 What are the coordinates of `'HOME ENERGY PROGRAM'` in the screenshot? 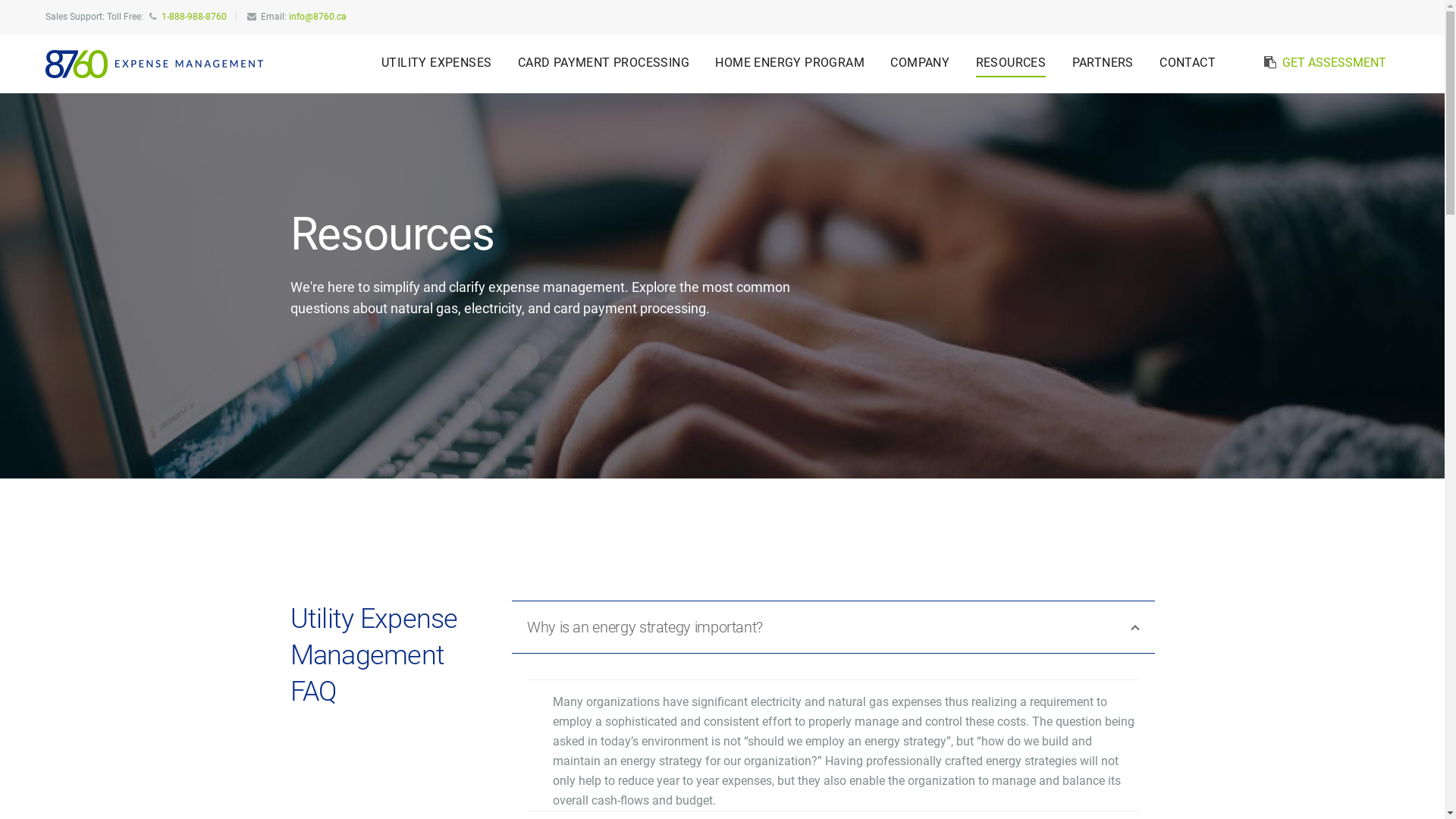 It's located at (789, 62).